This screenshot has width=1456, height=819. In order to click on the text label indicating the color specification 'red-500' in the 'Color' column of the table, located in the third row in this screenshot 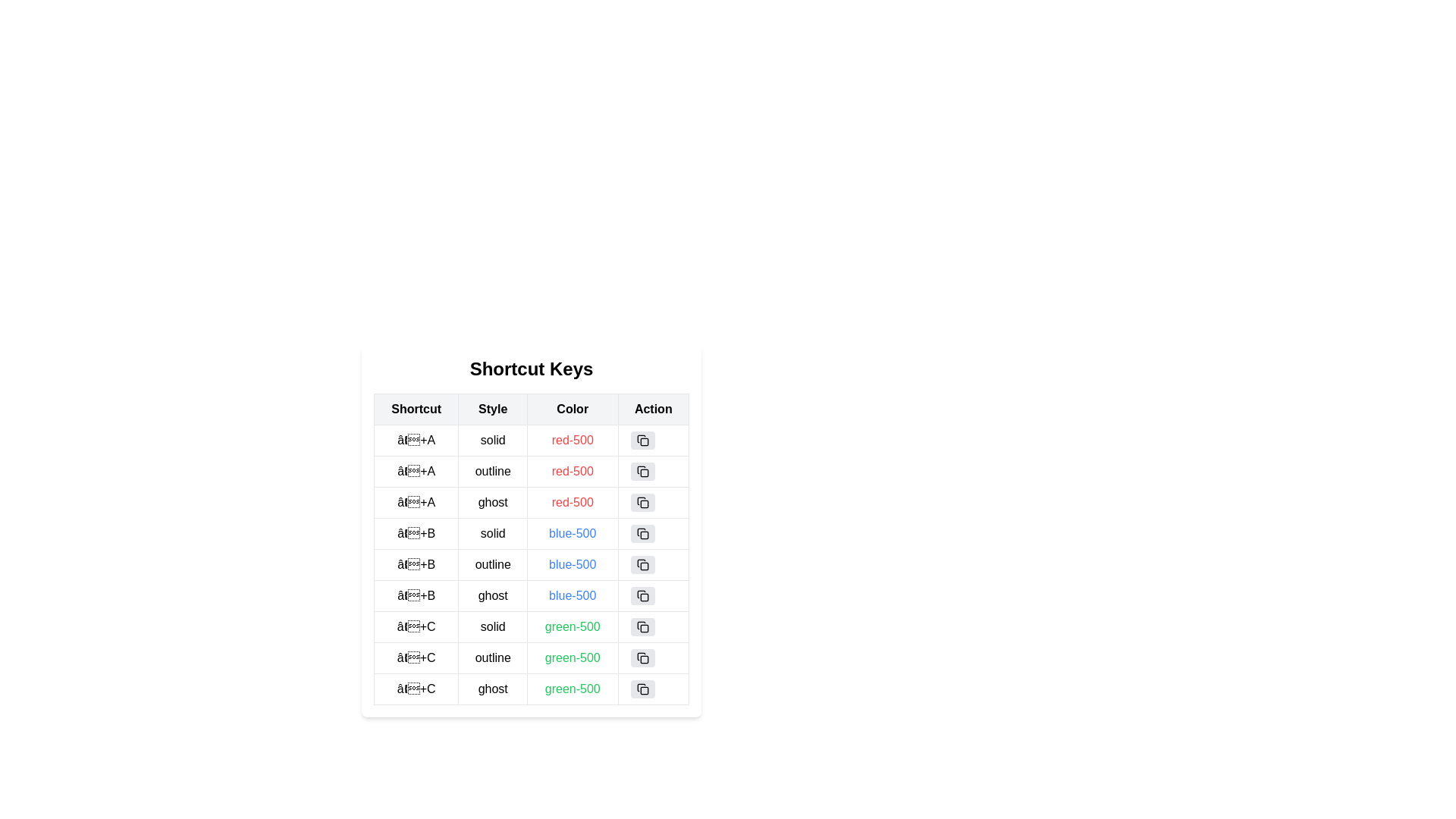, I will do `click(531, 503)`.